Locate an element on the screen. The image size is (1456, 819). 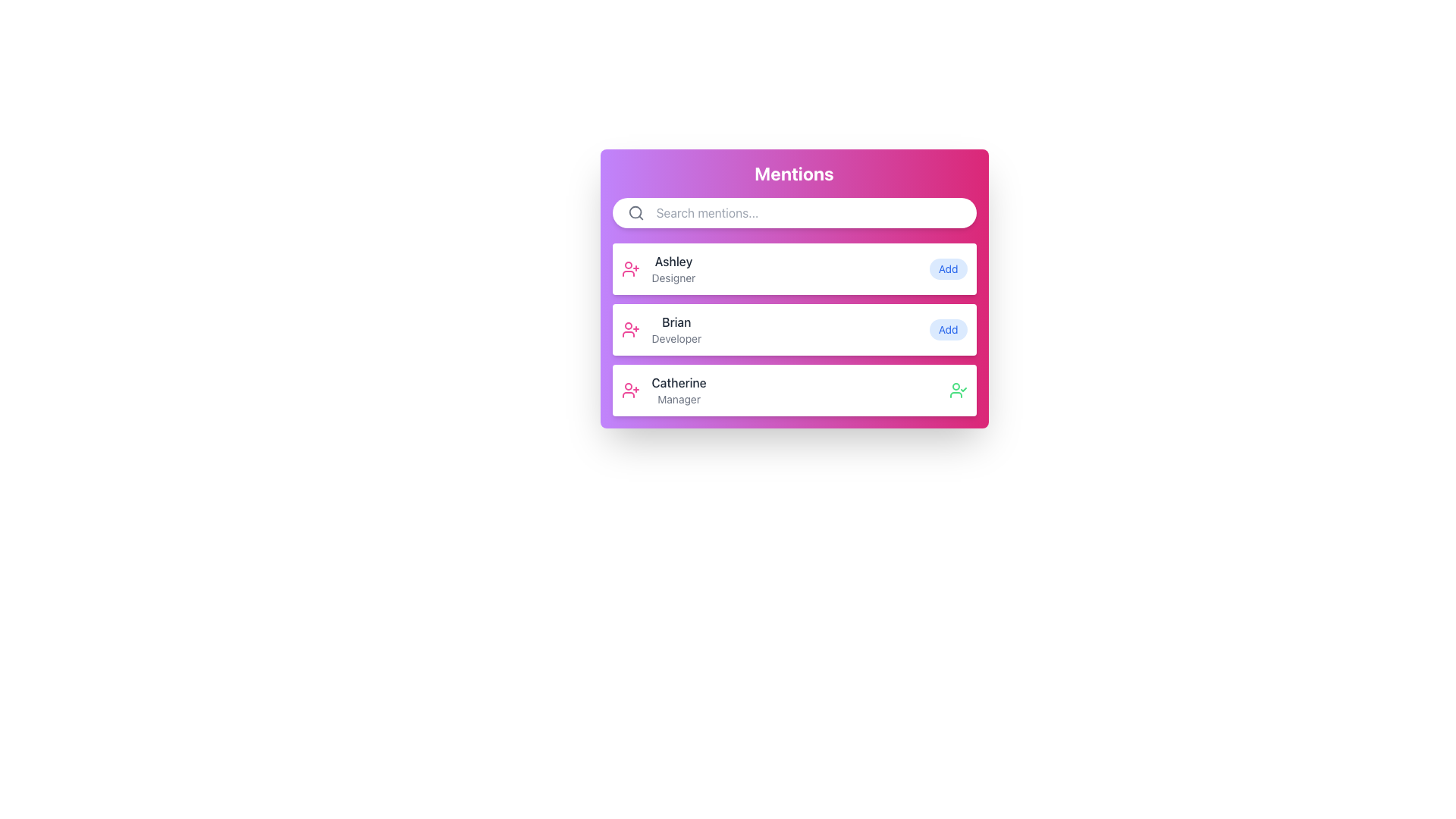
the pink user icon with a plus sign, located within Brian's user profile card is located at coordinates (630, 329).